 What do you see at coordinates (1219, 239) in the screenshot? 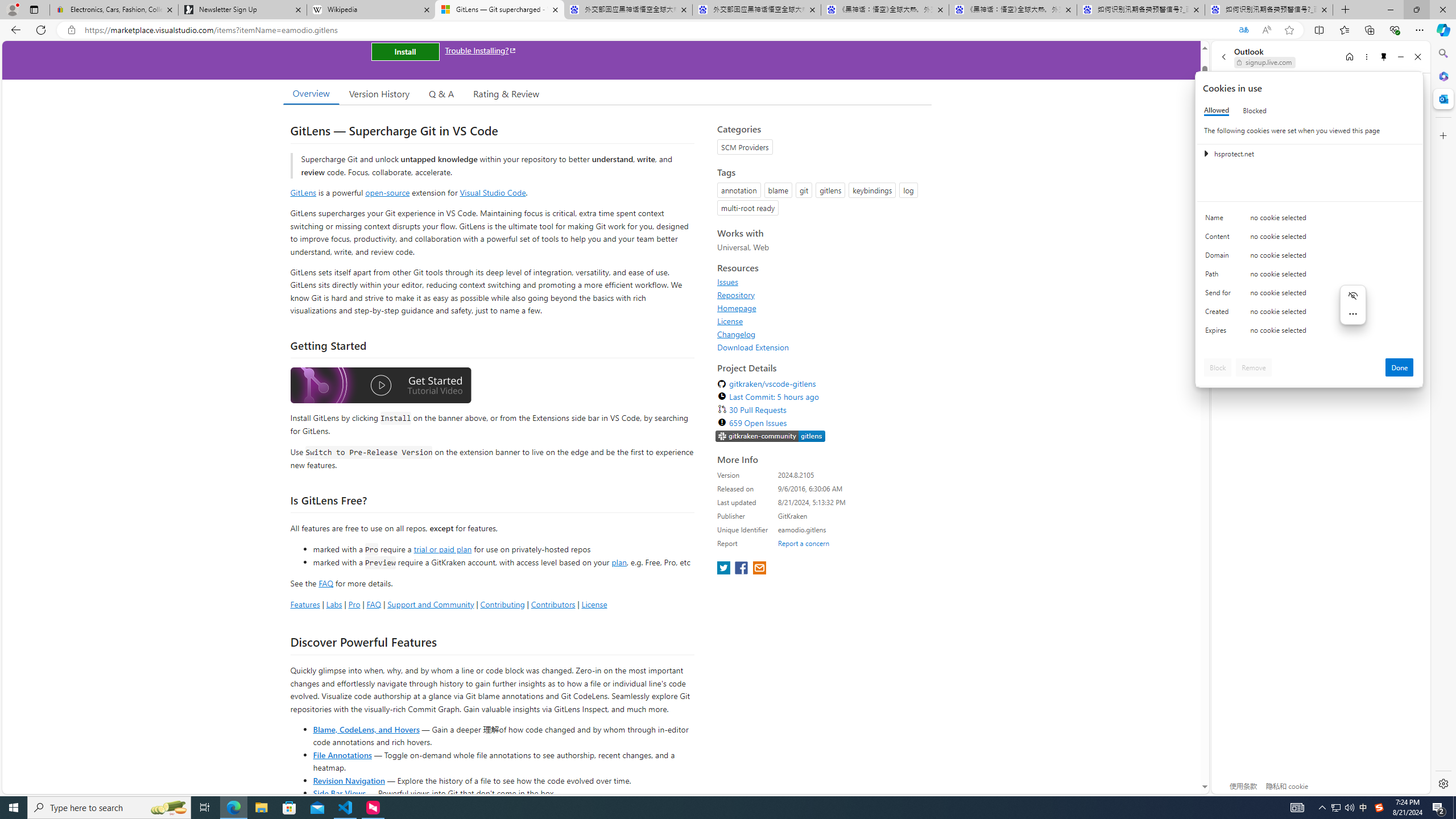
I see `'Content'` at bounding box center [1219, 239].